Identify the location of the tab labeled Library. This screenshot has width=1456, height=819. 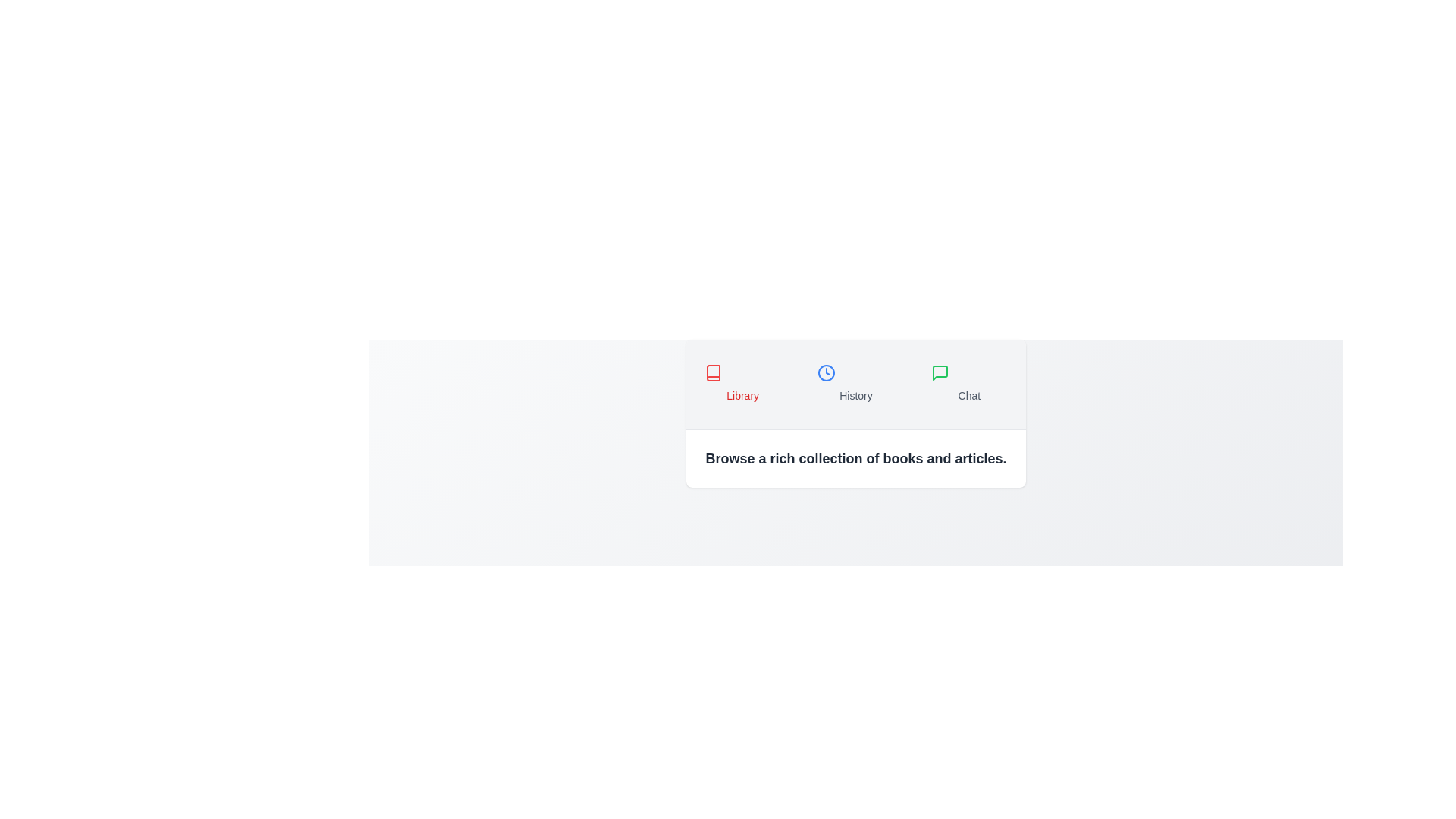
(742, 383).